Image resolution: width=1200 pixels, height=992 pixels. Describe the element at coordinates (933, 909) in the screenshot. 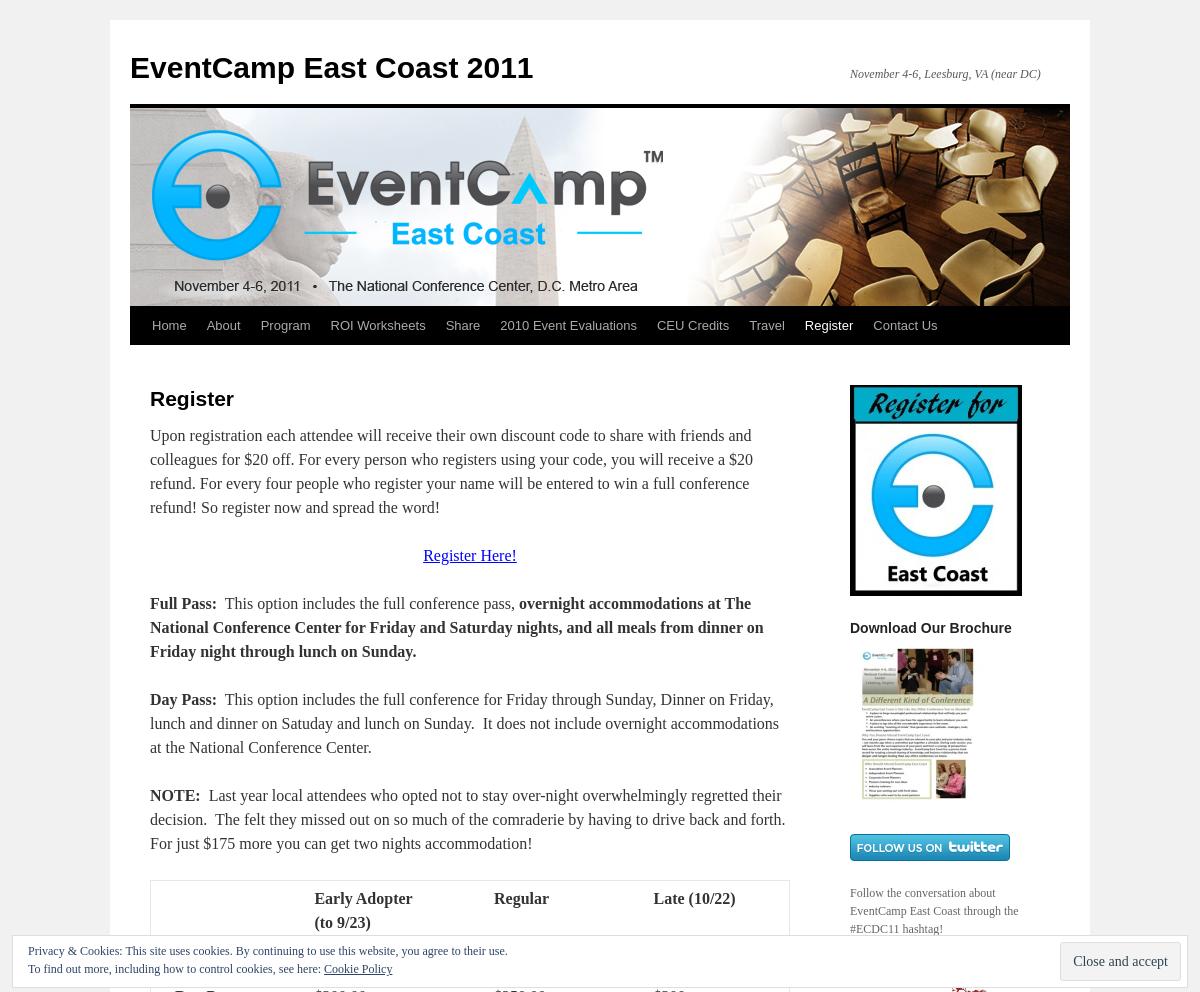

I see `'Follow the conversation about EventCamp East Coast through the #ECDC11 hashtag!'` at that location.